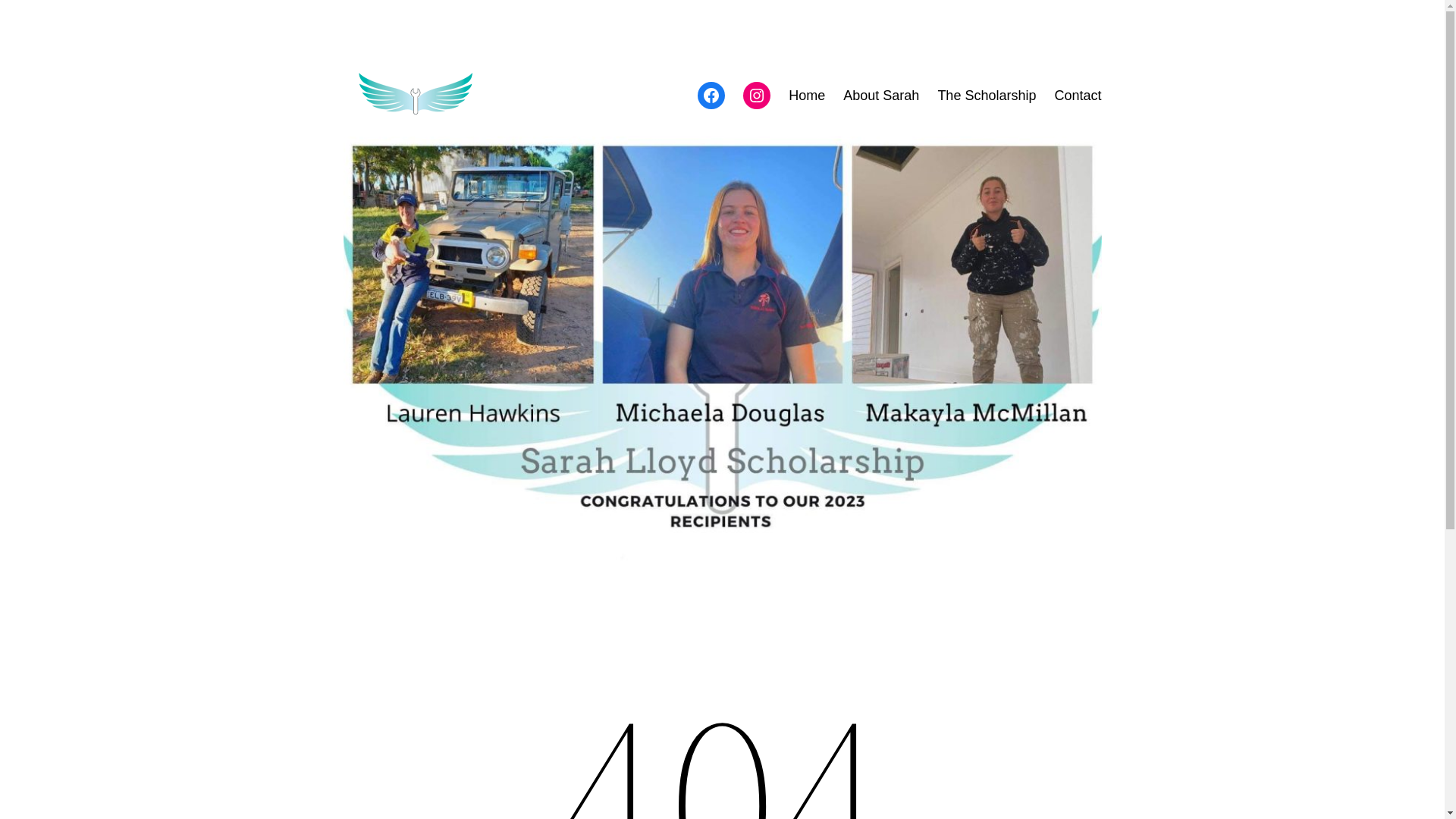  I want to click on 'Home', so click(806, 96).